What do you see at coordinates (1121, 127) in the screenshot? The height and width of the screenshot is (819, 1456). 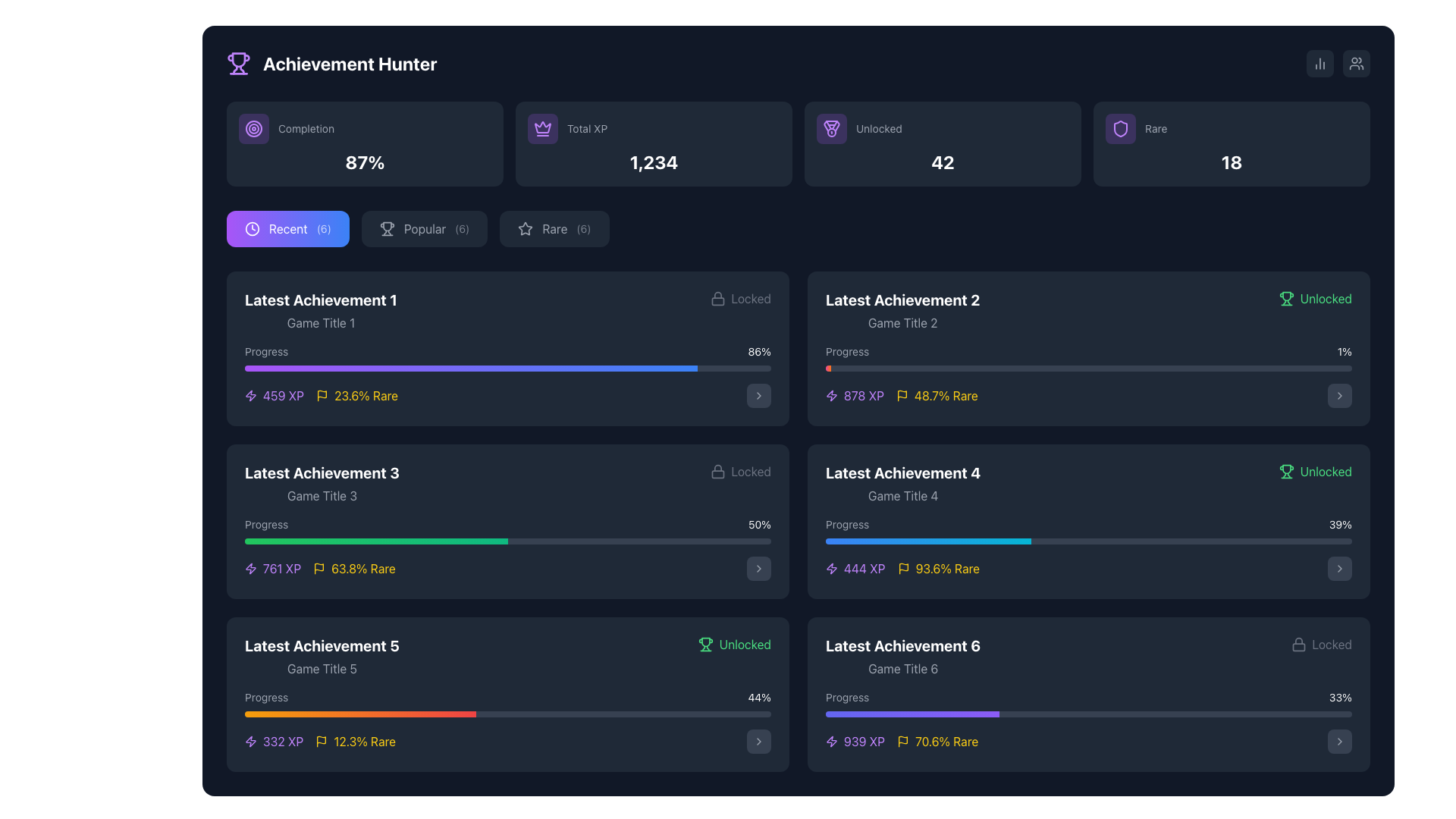 I see `the 'Rare' icon located in the top-right corner of the interface, which visually complements the numerical count of 18` at bounding box center [1121, 127].